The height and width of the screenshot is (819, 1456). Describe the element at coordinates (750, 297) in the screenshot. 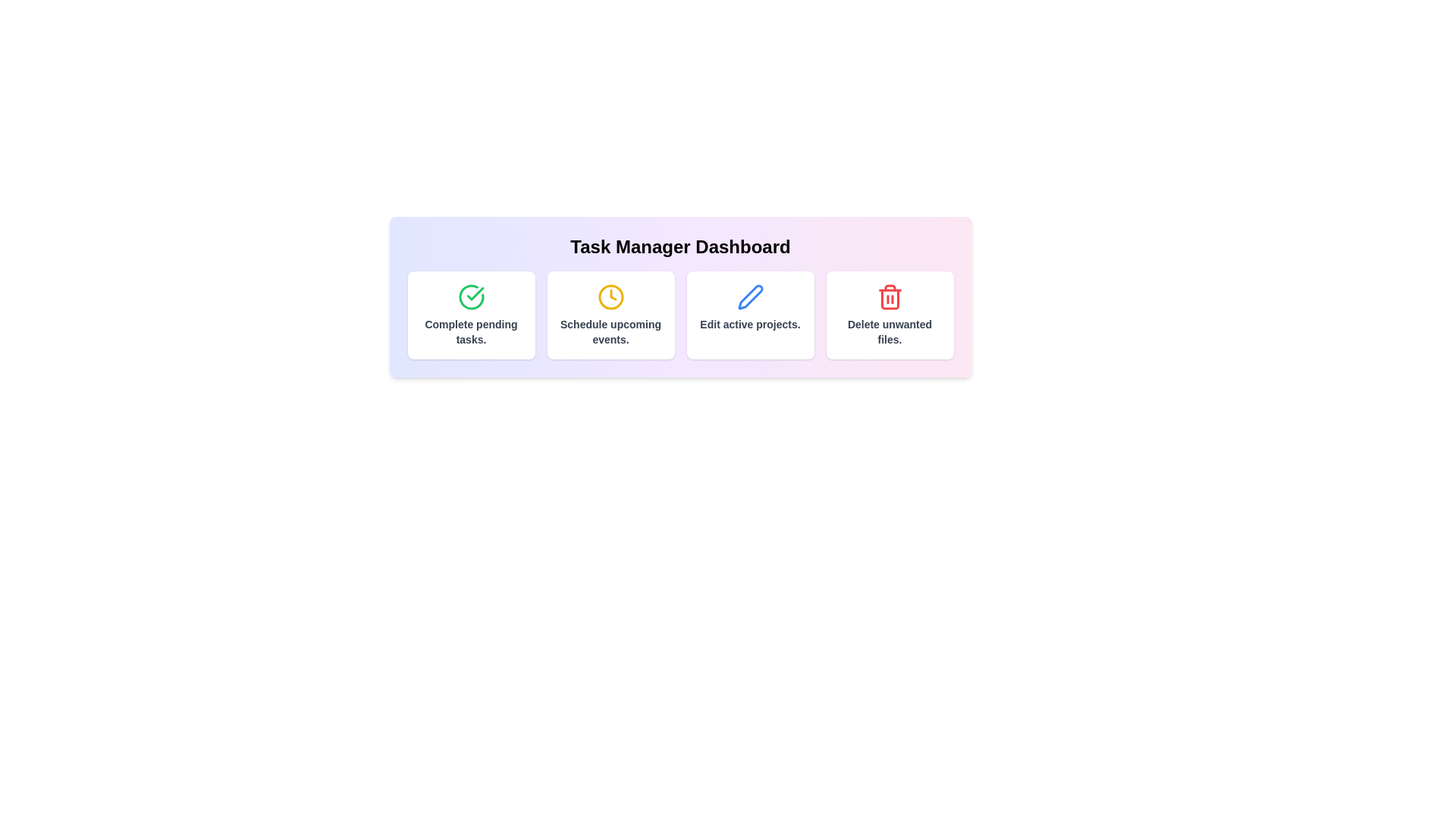

I see `the Decorative icon that visually represents the 'Edit active projects.' feature in the Task Manager Dashboard` at that location.